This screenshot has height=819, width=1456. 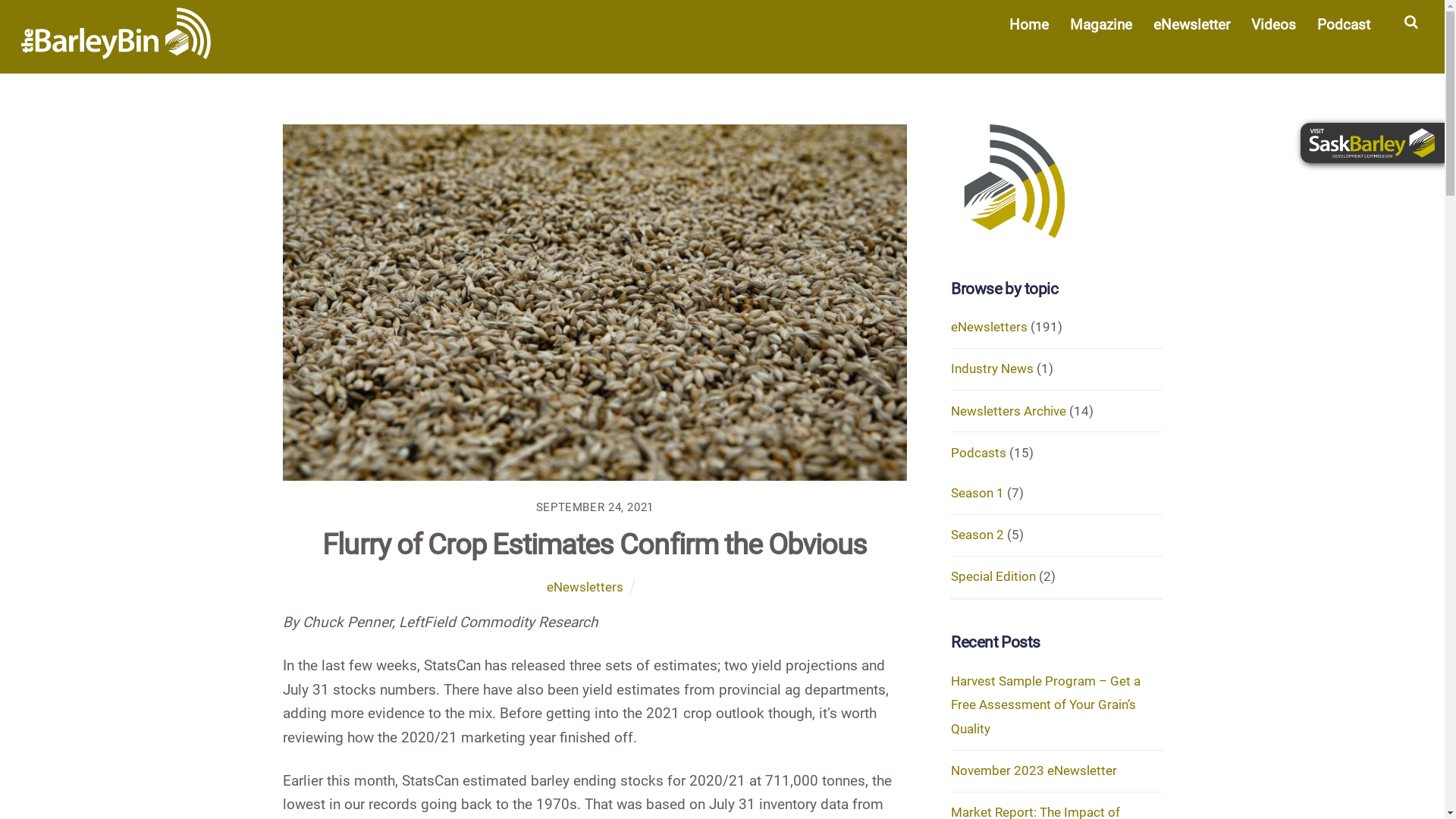 I want to click on 'Magazine', so click(x=1100, y=24).